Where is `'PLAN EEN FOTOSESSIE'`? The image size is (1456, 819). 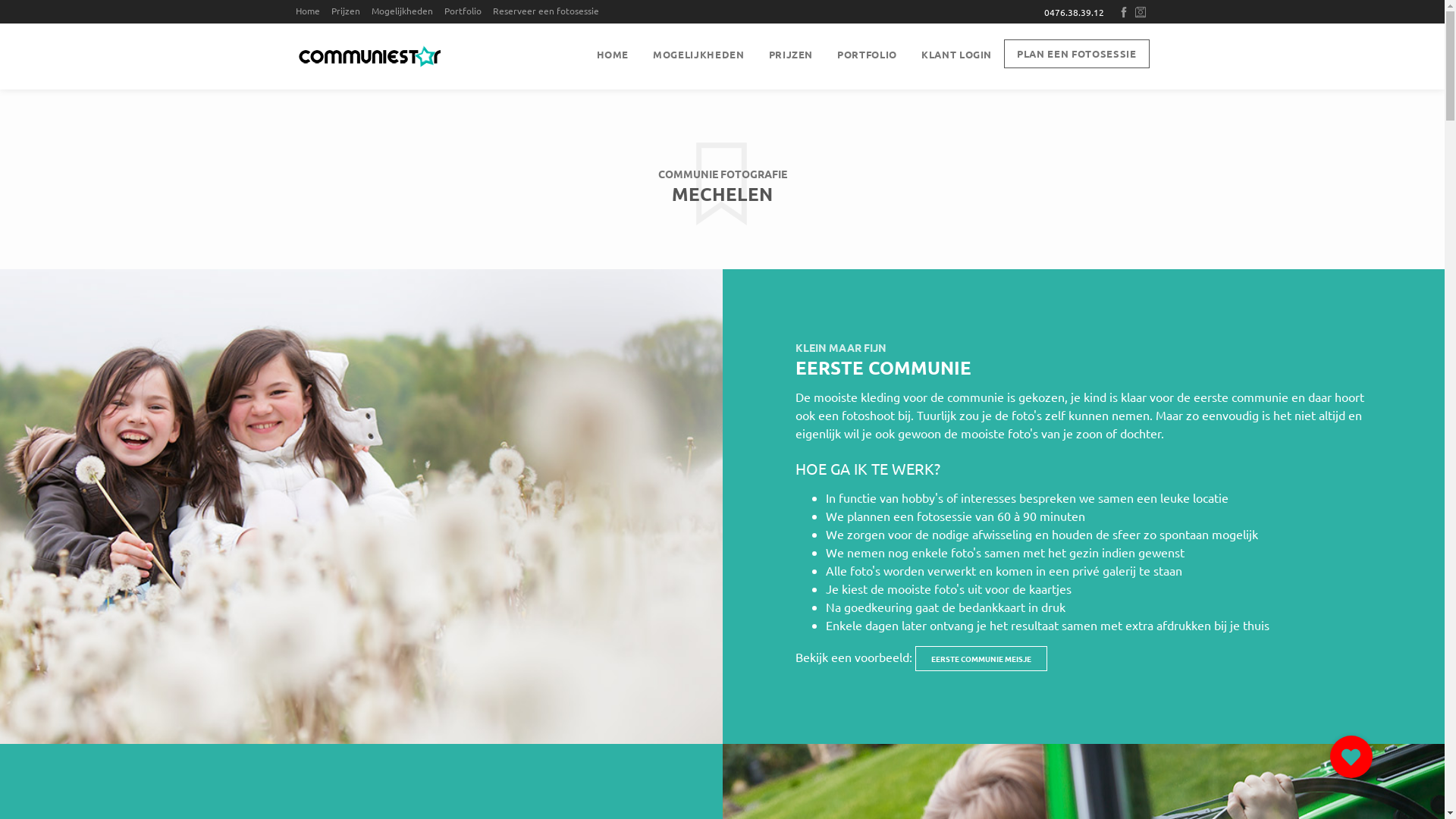
'PLAN EEN FOTOSESSIE' is located at coordinates (1075, 52).